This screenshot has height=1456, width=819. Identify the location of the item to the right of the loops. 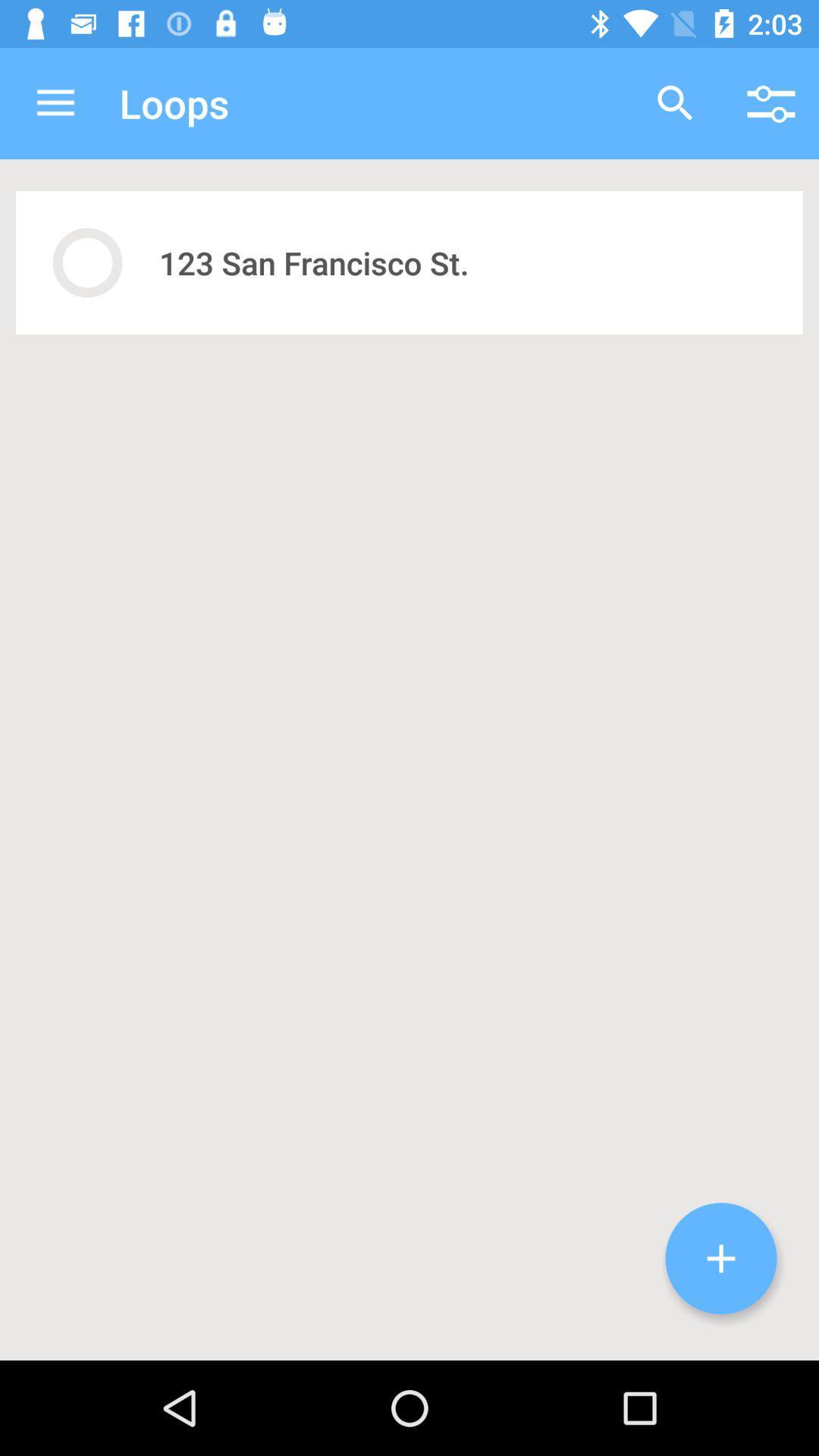
(675, 102).